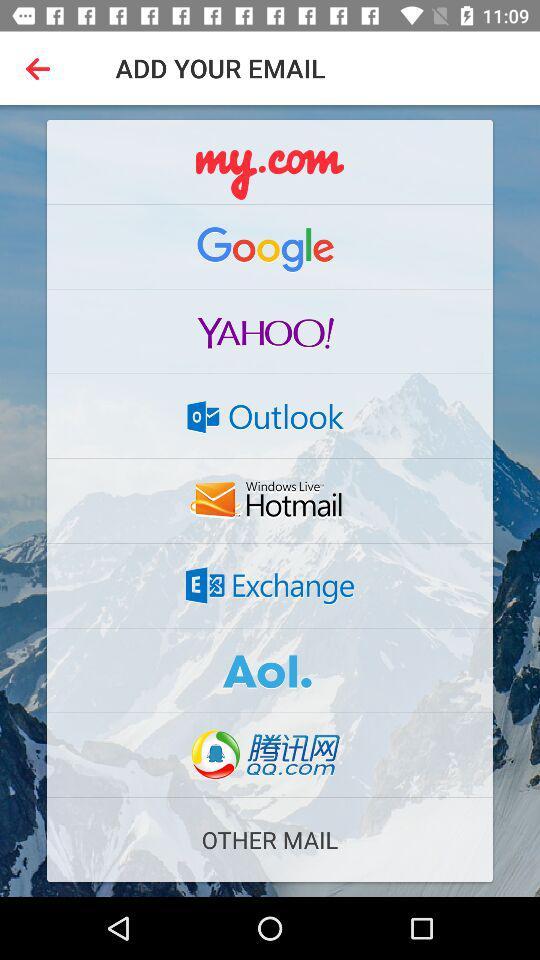  What do you see at coordinates (270, 585) in the screenshot?
I see `exchange` at bounding box center [270, 585].